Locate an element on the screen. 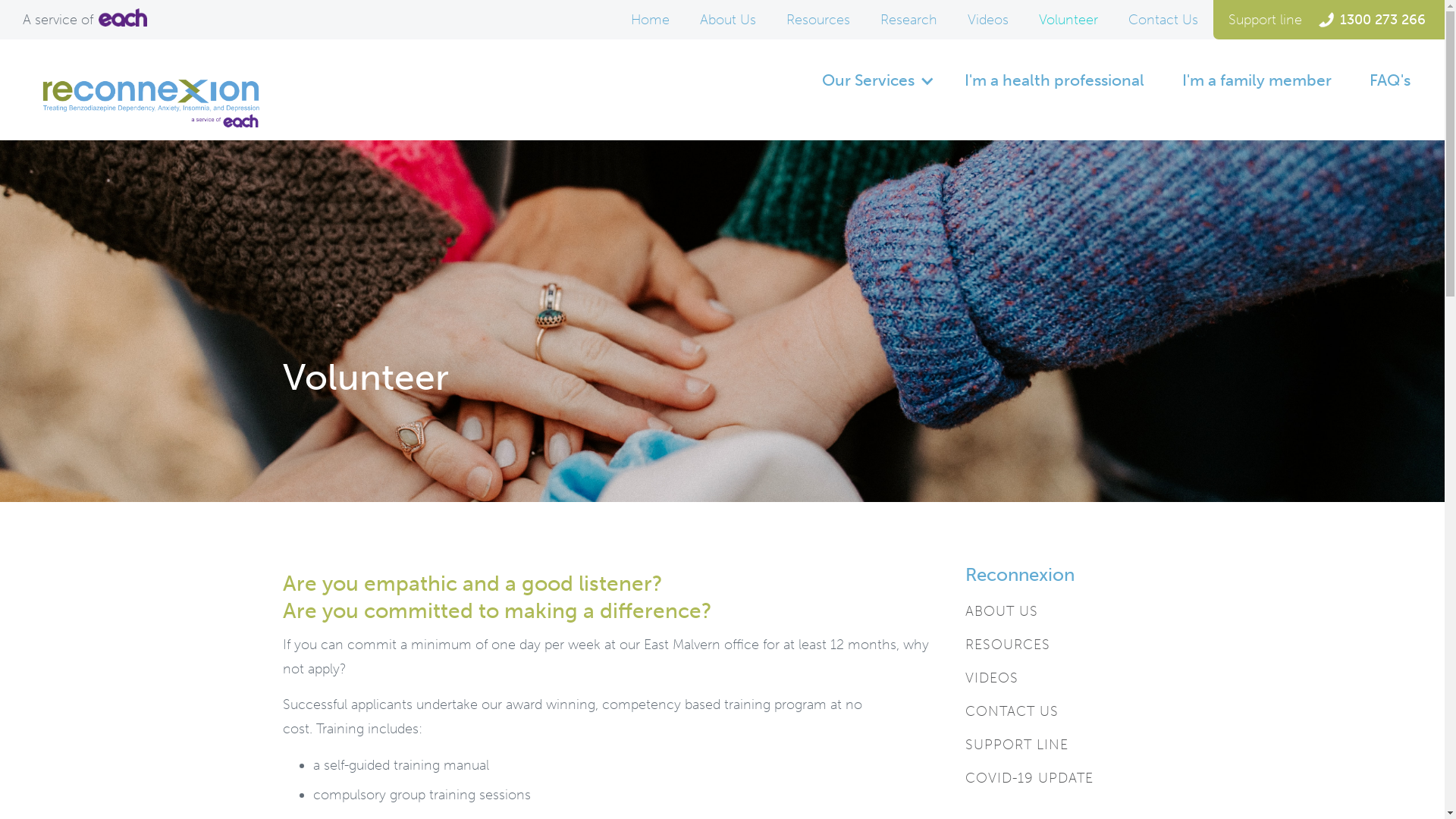 This screenshot has width=1456, height=819. 'COVID-19 UPDATE' is located at coordinates (1028, 778).